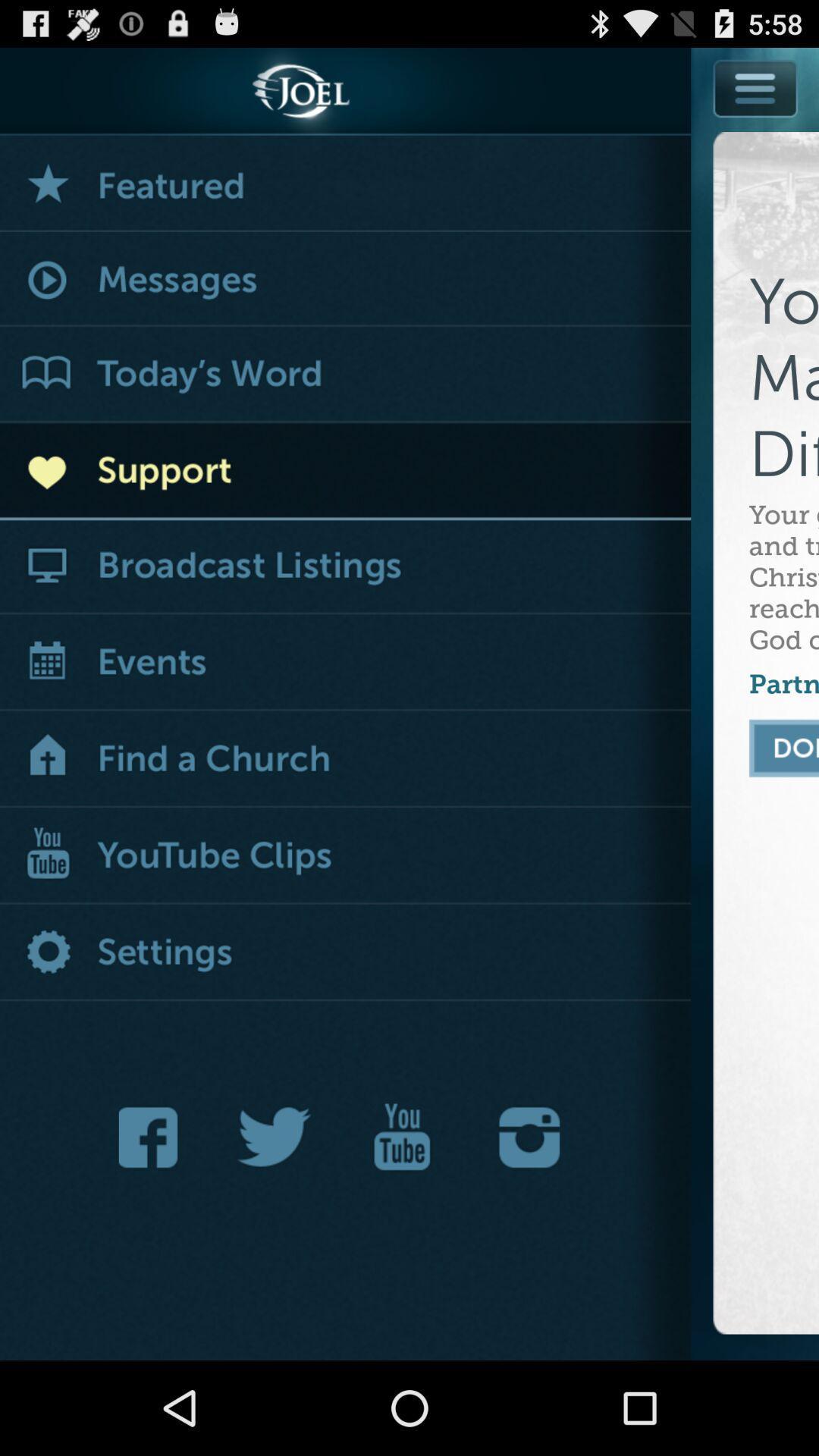 This screenshot has height=1456, width=819. I want to click on open facebook app, so click(152, 1137).